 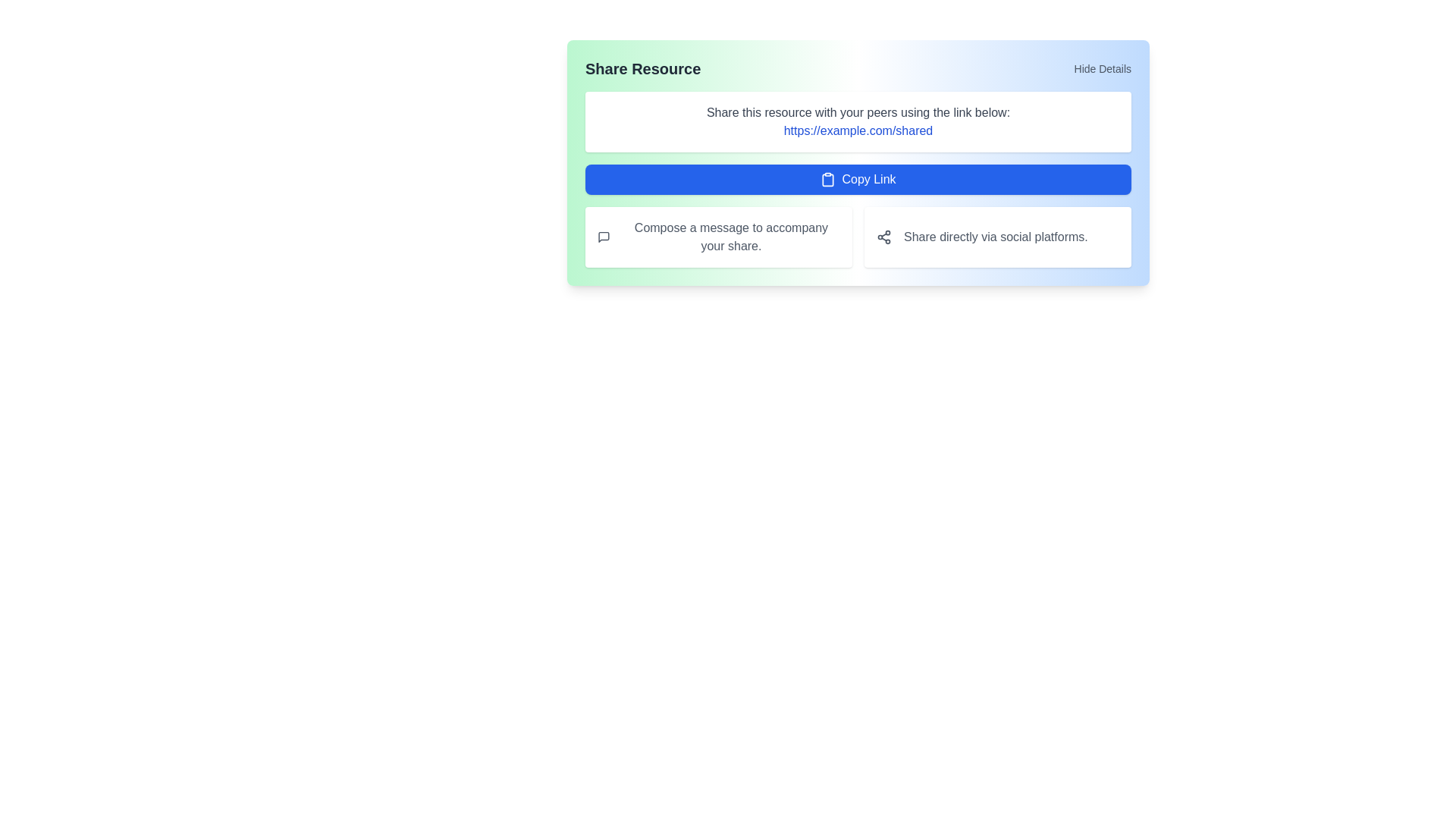 What do you see at coordinates (603, 237) in the screenshot?
I see `the speech bubble icon, which is a compact graphical element with a modern outline style located to the left of the text 'Compose a message to accompany your share.' in the lower portion of the dialog box` at bounding box center [603, 237].